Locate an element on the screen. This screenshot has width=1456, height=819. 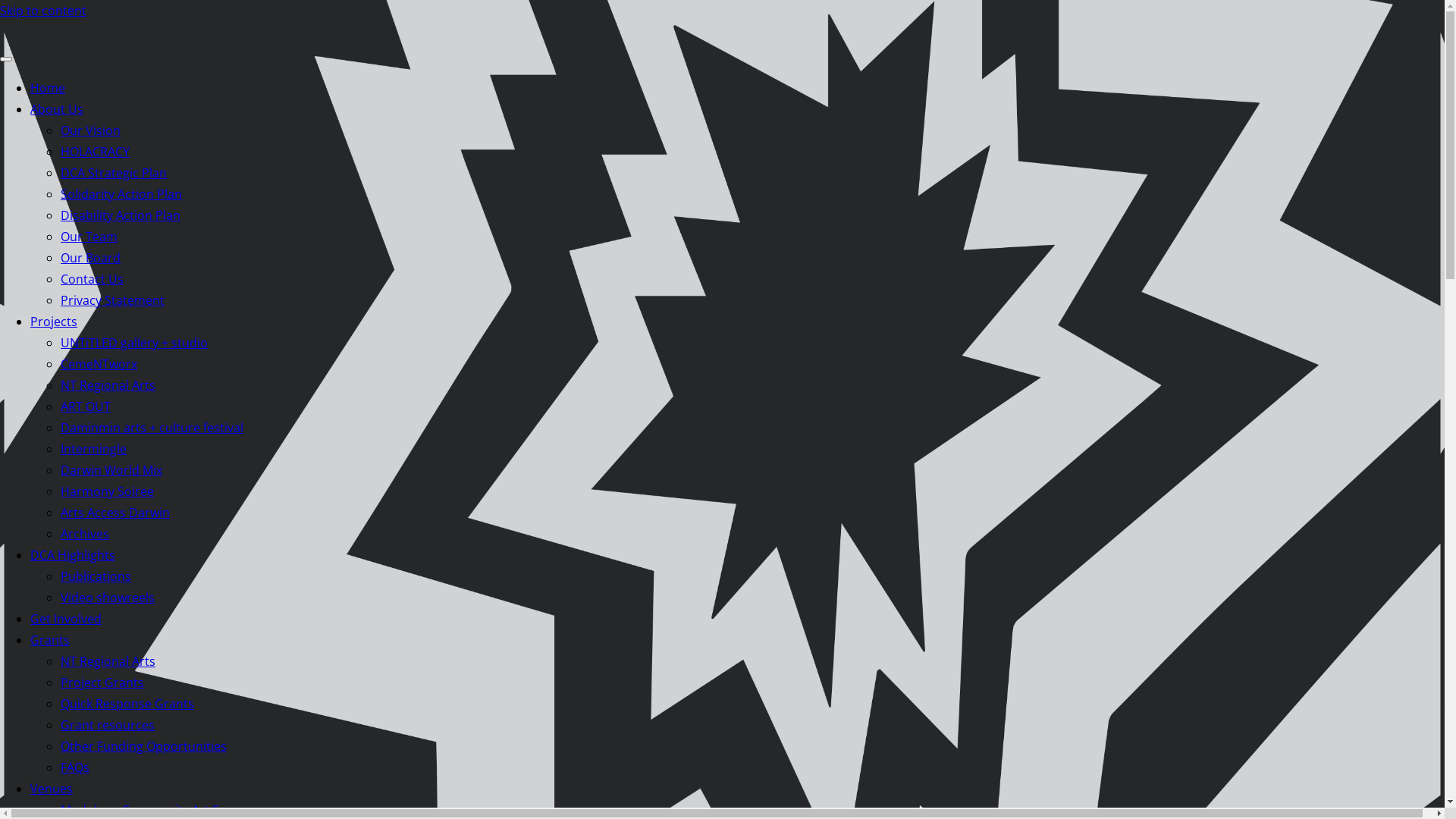
'FAQs' is located at coordinates (74, 767).